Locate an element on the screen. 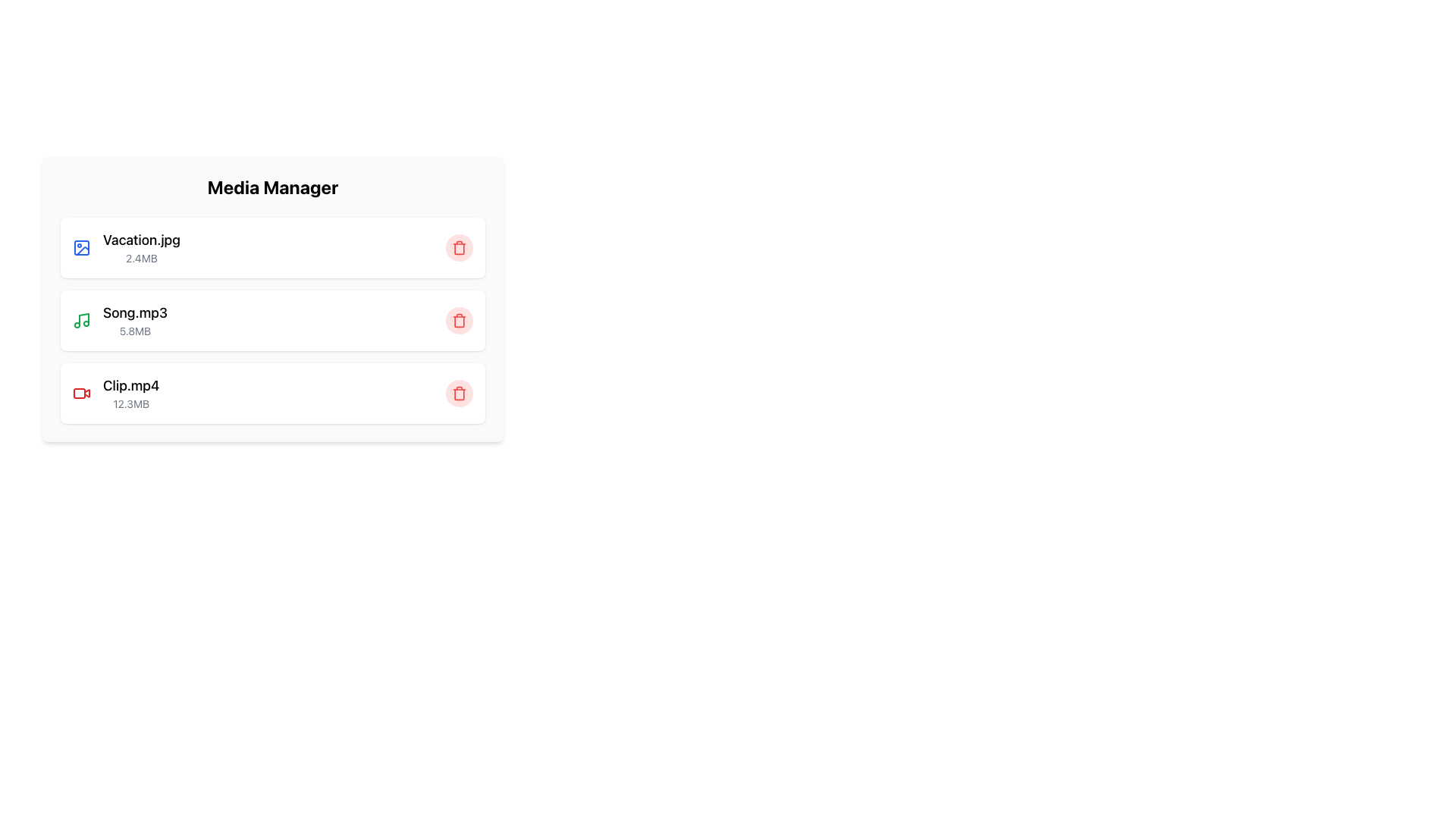  the vertical stem of the musical note icon for 'Song.mp3' in the Media Manager interface, which is styled in black and part of a green-colored note symbol is located at coordinates (83, 318).